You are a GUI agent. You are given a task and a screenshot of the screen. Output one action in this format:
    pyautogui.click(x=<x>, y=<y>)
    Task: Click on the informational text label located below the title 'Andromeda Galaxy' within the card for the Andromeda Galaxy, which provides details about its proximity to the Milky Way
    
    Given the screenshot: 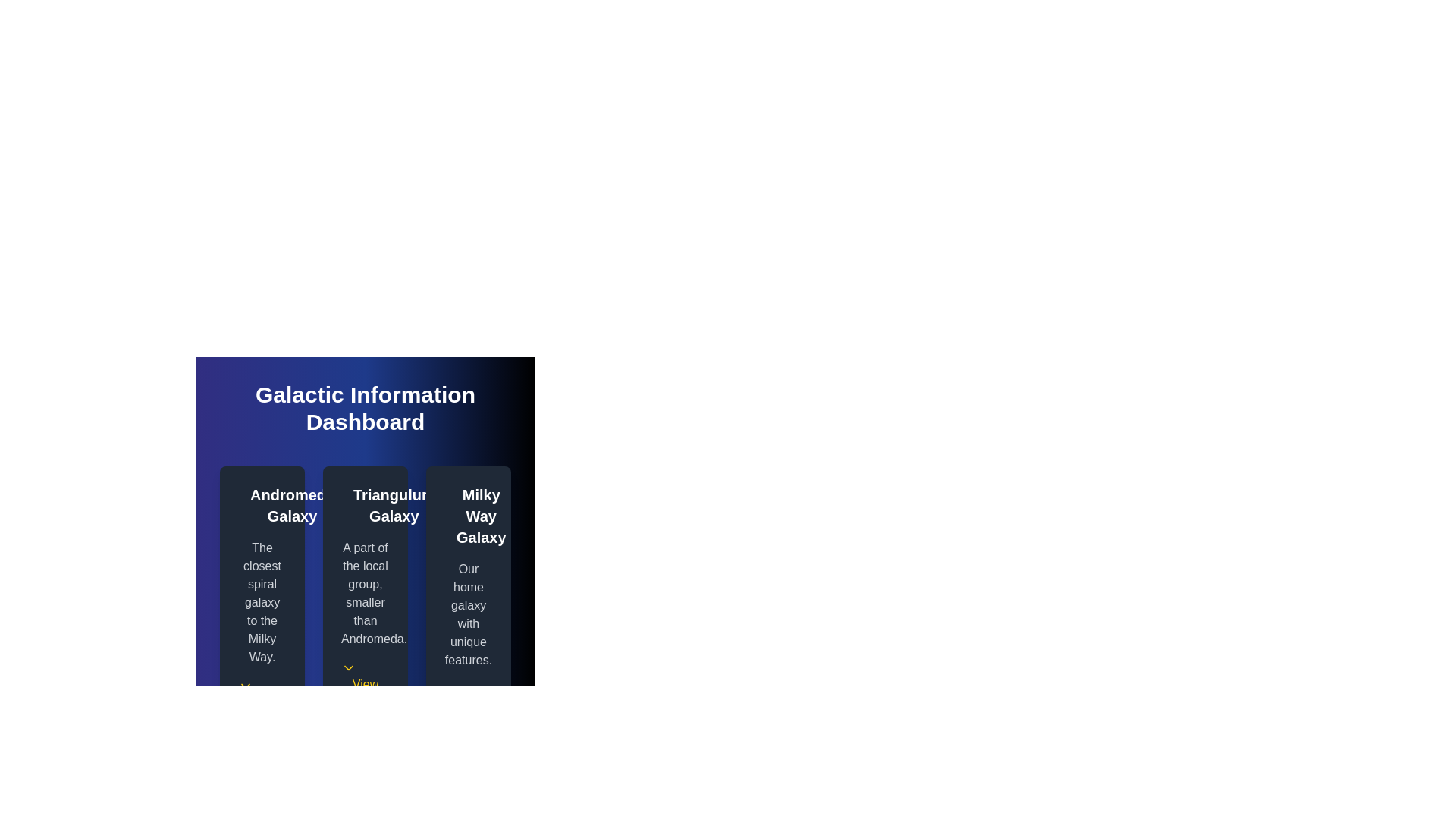 What is the action you would take?
    pyautogui.click(x=262, y=601)
    